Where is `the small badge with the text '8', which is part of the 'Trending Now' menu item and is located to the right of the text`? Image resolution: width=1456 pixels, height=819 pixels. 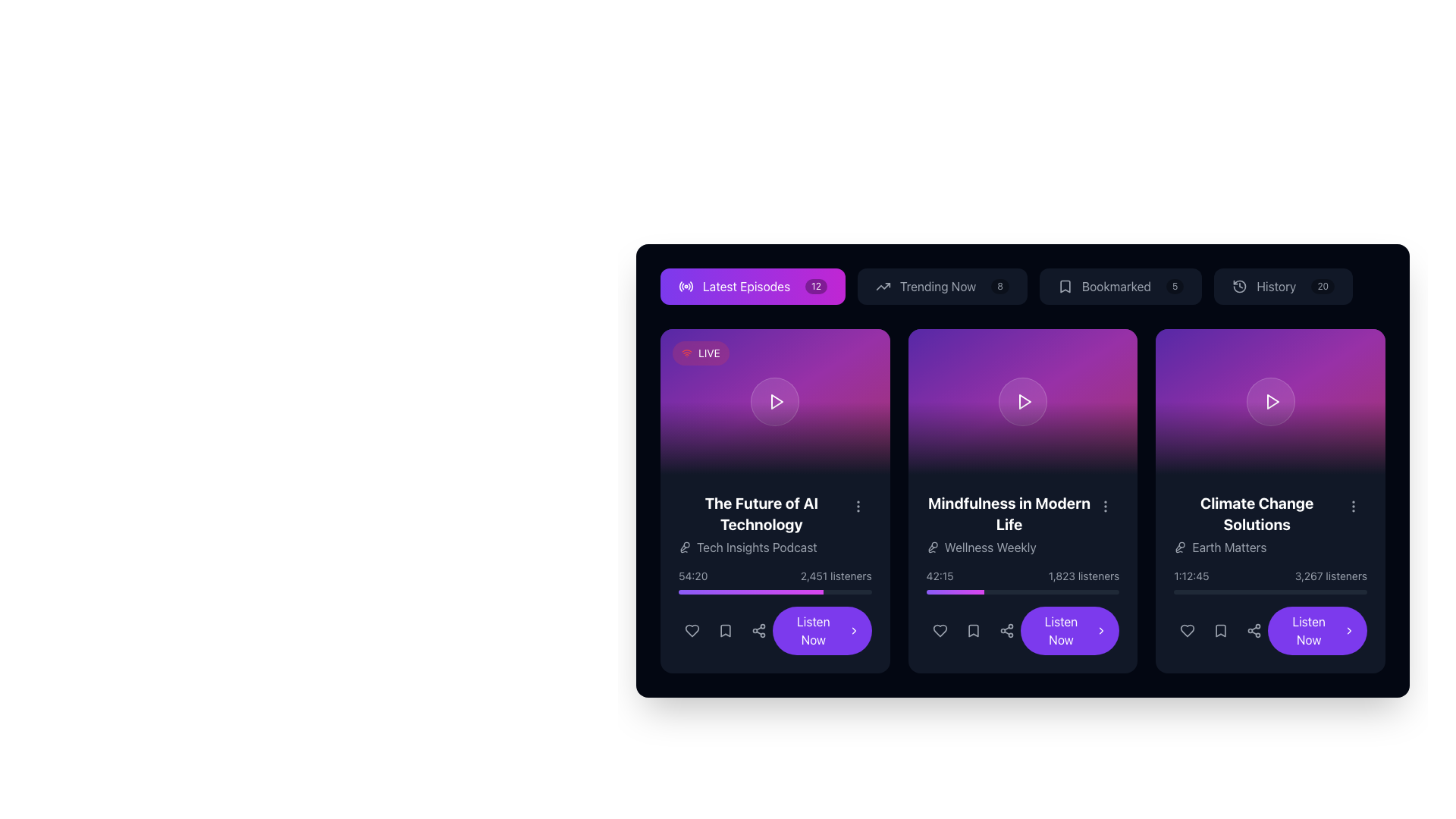 the small badge with the text '8', which is part of the 'Trending Now' menu item and is located to the right of the text is located at coordinates (1000, 287).